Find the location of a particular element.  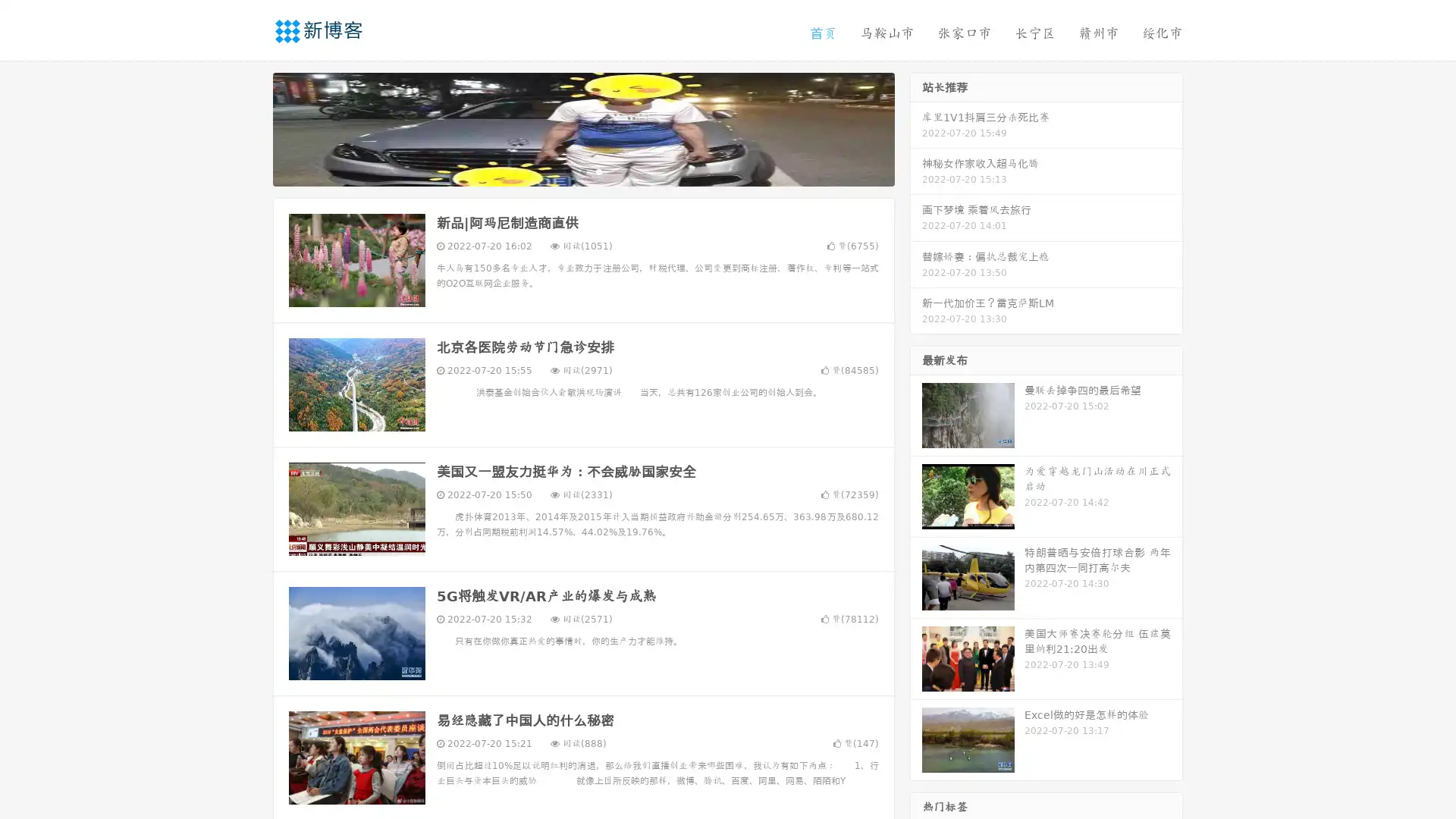

Go to slide 3 is located at coordinates (598, 171).